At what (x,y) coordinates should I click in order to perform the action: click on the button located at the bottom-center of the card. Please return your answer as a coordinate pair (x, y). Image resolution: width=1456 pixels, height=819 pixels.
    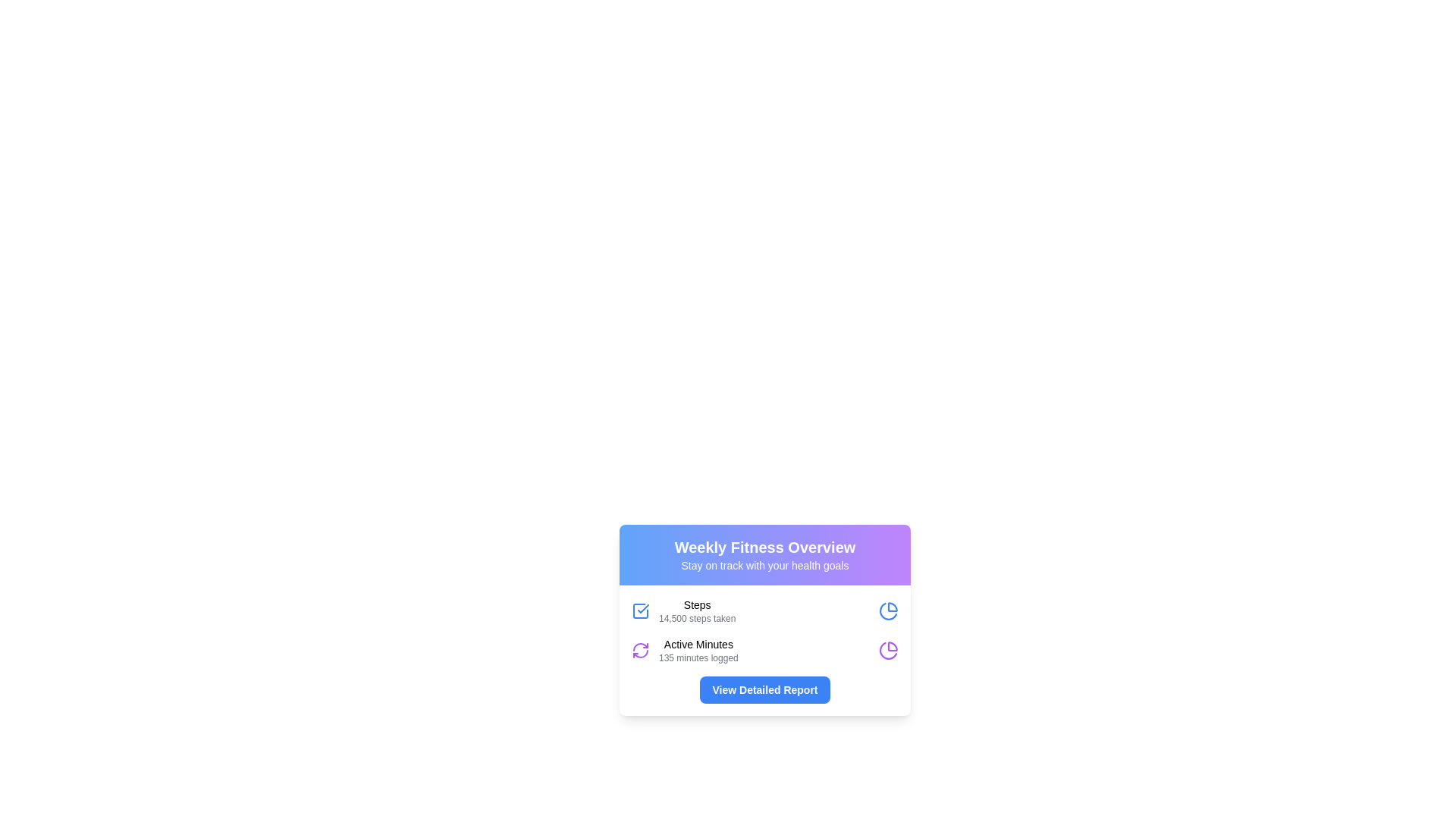
    Looking at the image, I should click on (764, 690).